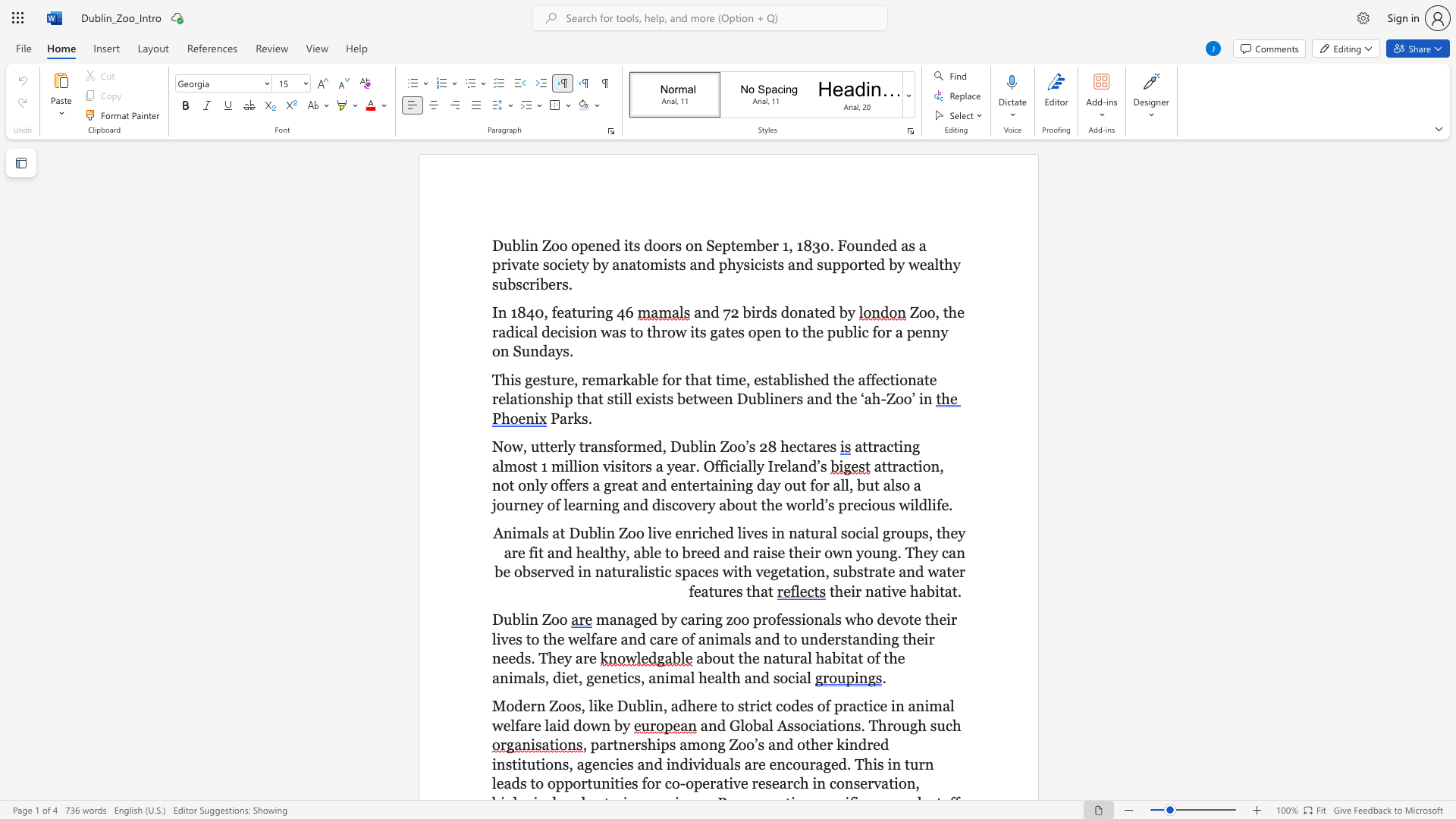 This screenshot has width=1456, height=819. What do you see at coordinates (910, 724) in the screenshot?
I see `the subset text "gh su" within the text "and Global Associations. Through such"` at bounding box center [910, 724].